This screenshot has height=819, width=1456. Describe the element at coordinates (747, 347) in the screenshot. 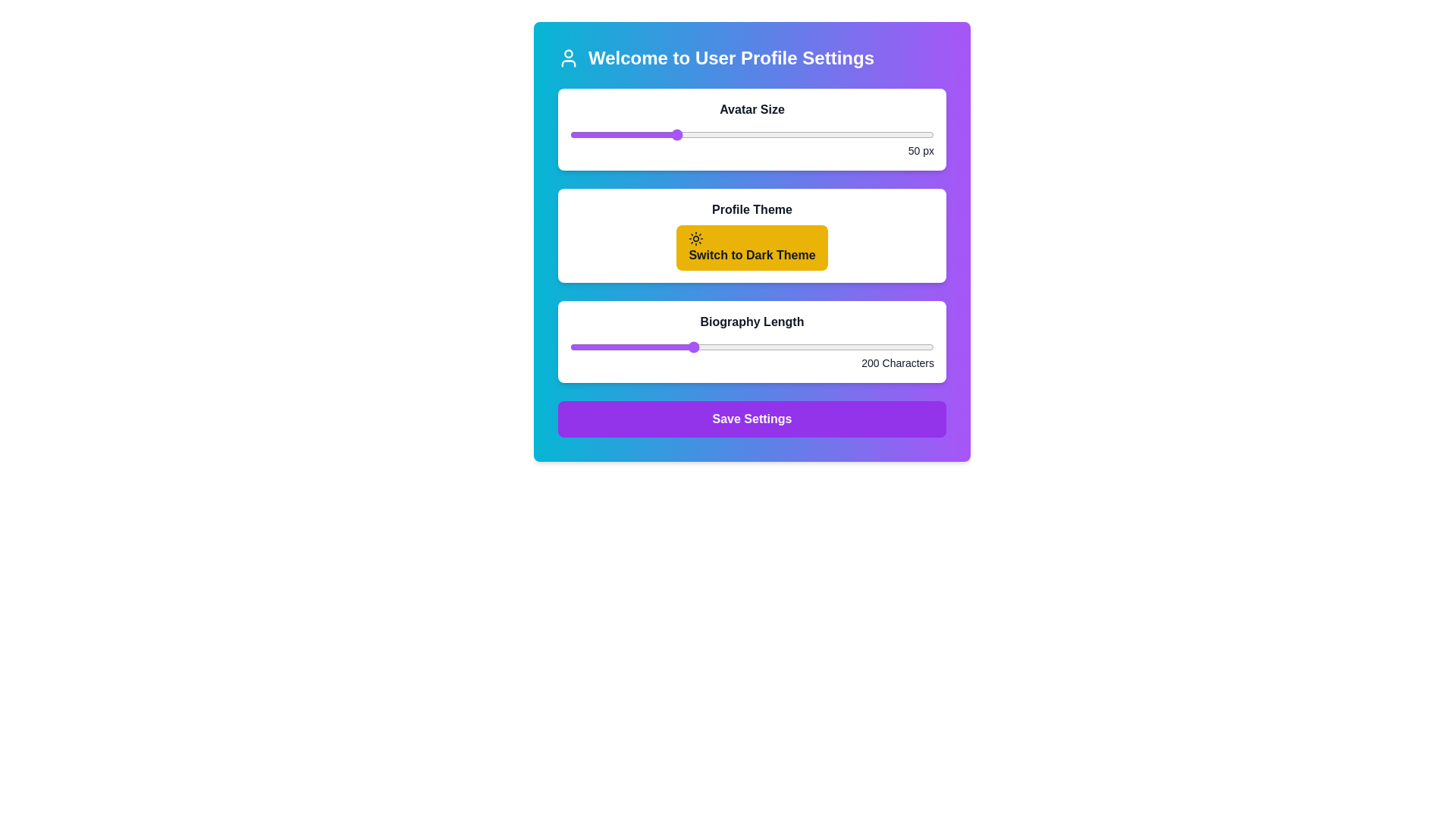

I see `the biography length slider` at that location.